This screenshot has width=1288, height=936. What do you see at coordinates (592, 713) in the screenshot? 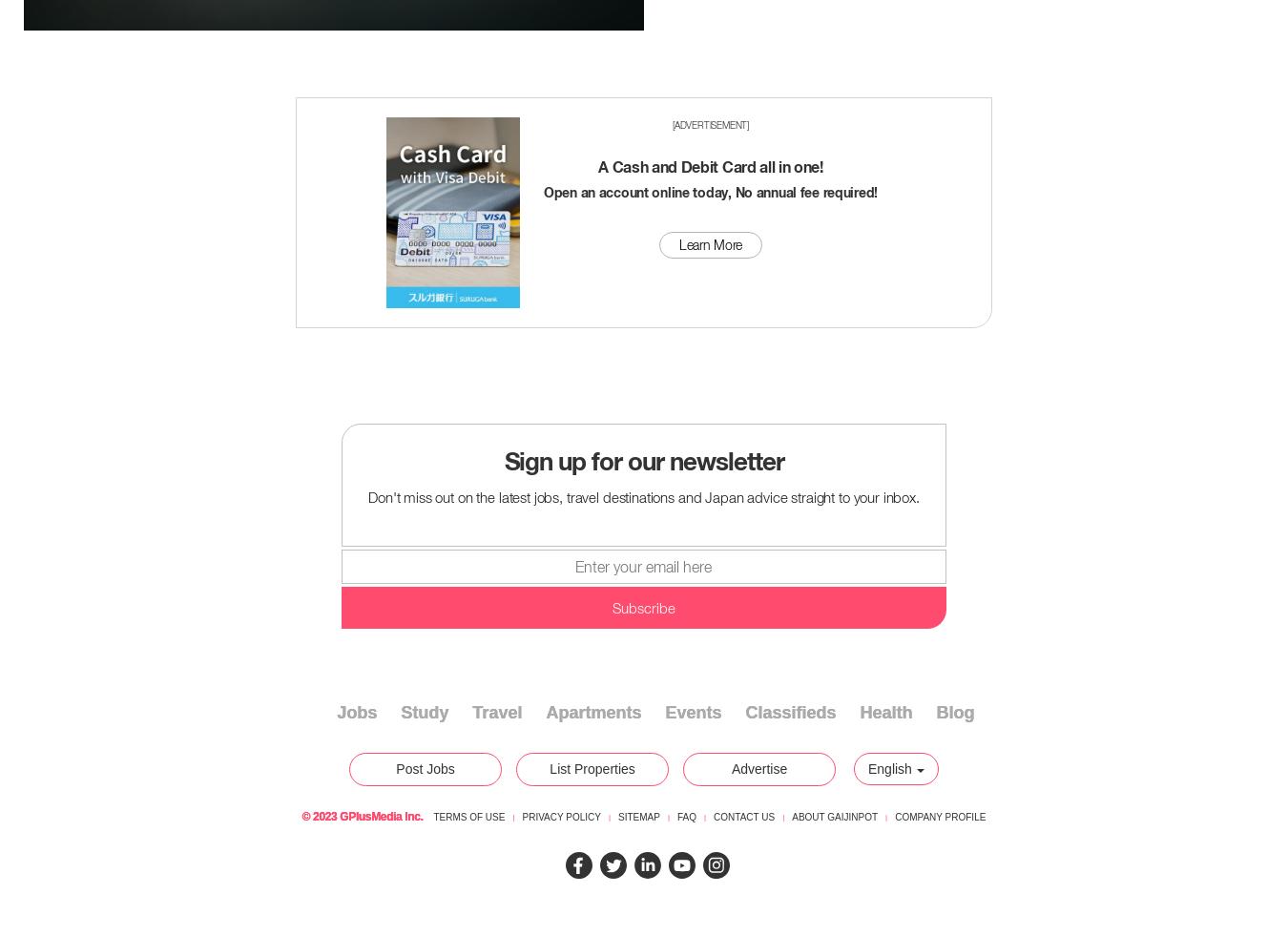
I see `'Apartments'` at bounding box center [592, 713].